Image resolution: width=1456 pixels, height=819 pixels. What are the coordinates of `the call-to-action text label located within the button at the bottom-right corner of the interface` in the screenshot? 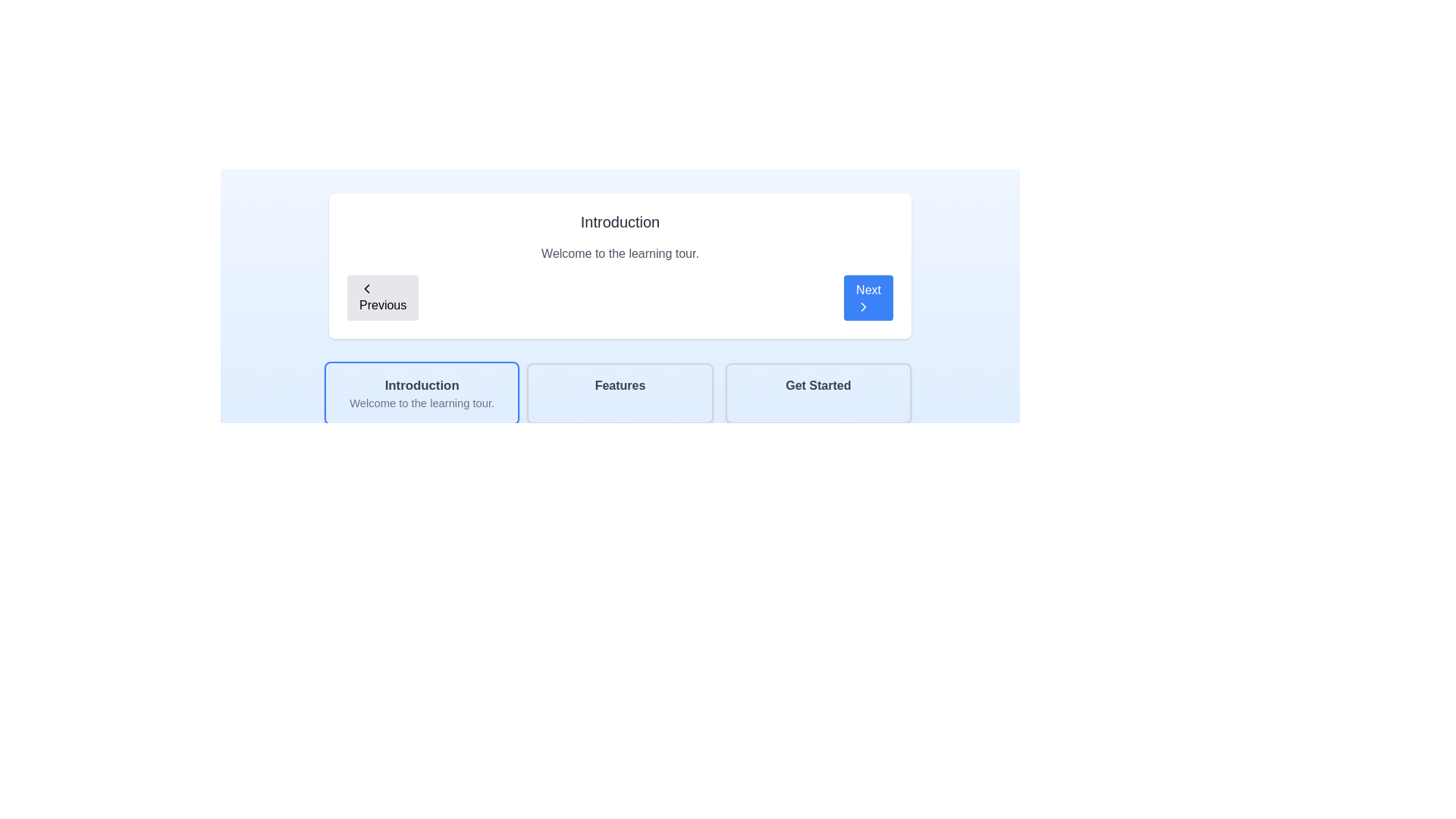 It's located at (817, 385).